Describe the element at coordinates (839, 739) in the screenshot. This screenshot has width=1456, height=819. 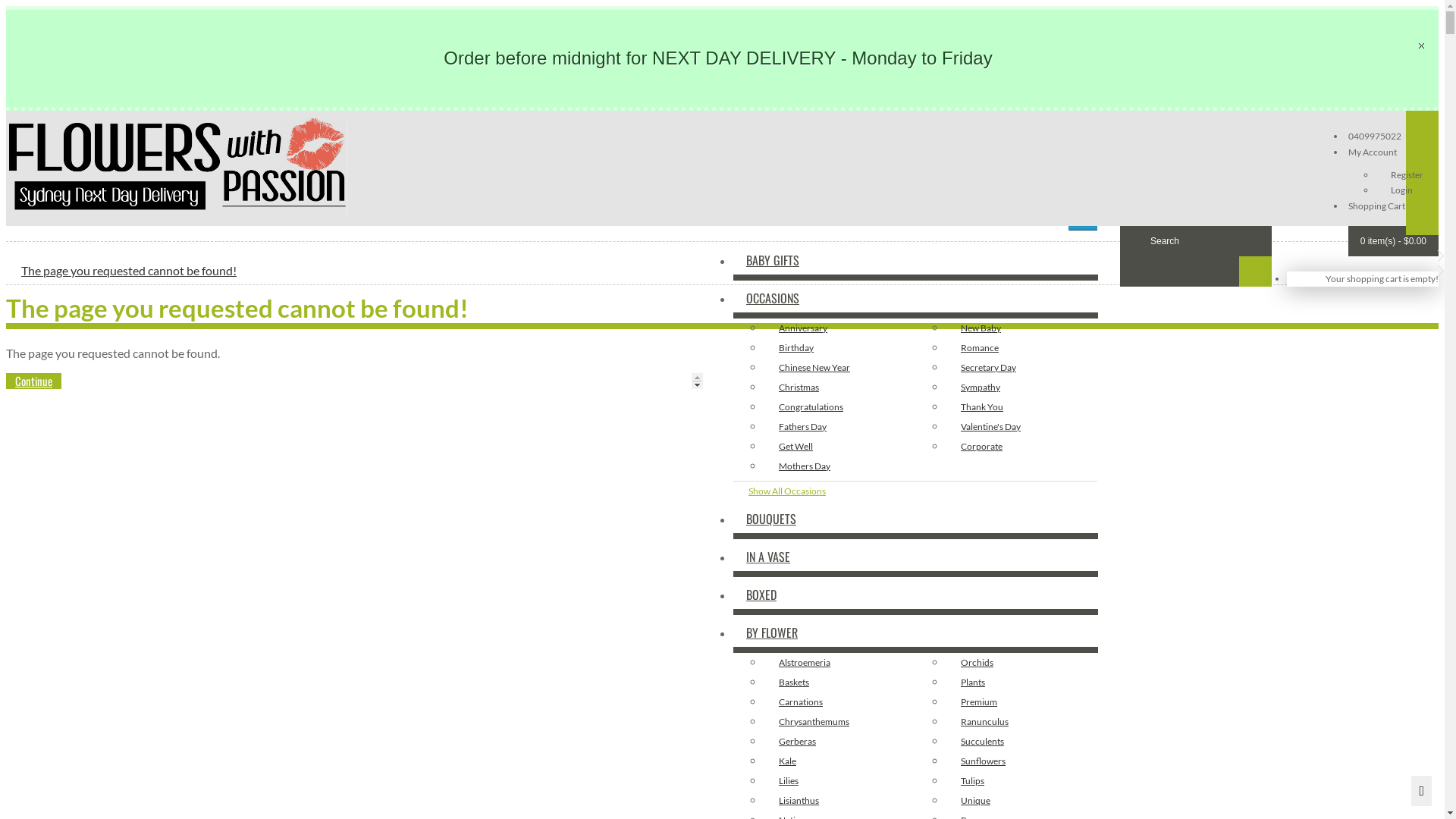
I see `'Gerberas'` at that location.